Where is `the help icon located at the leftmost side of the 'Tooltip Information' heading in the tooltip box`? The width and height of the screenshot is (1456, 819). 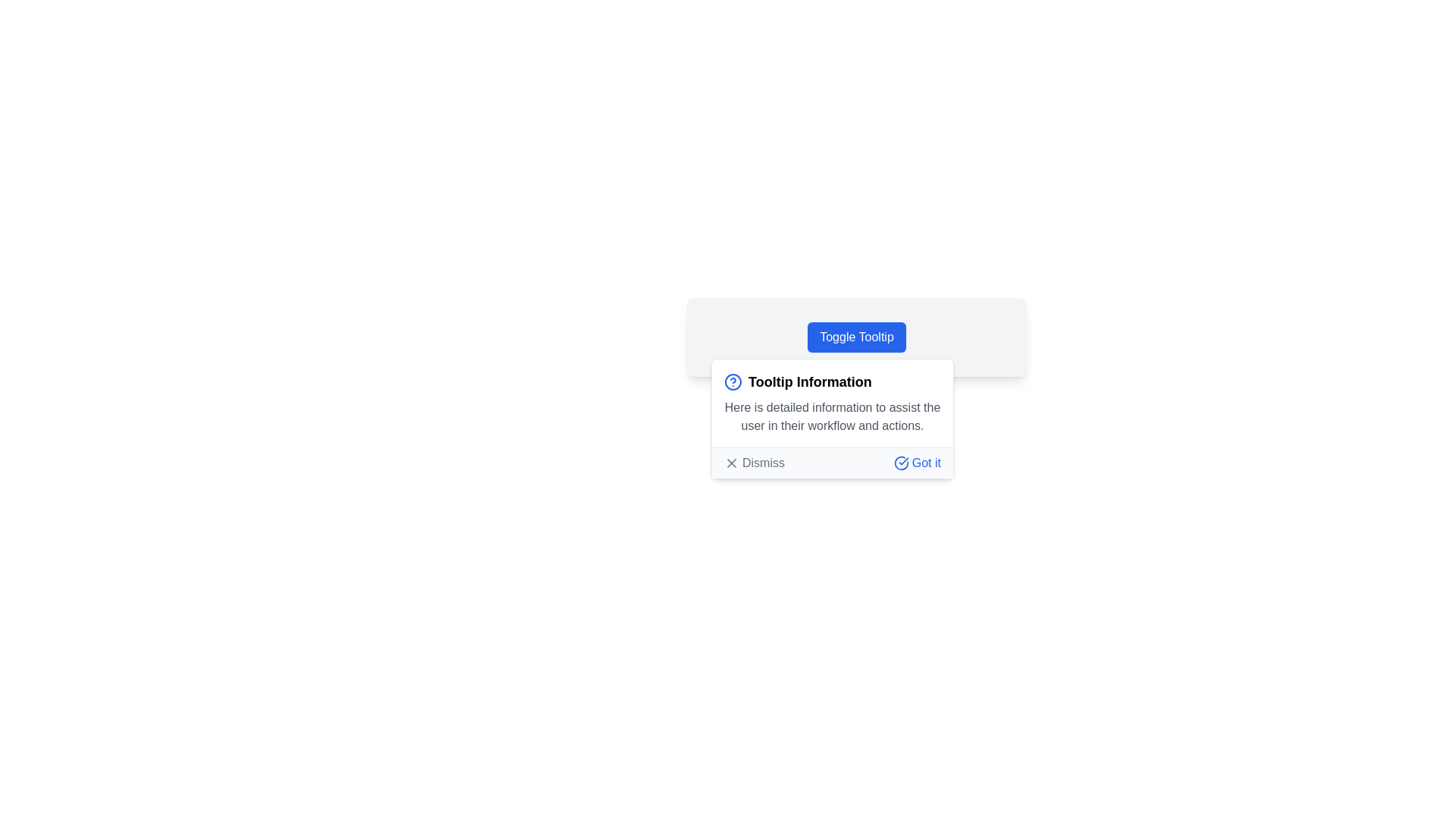 the help icon located at the leftmost side of the 'Tooltip Information' heading in the tooltip box is located at coordinates (733, 381).